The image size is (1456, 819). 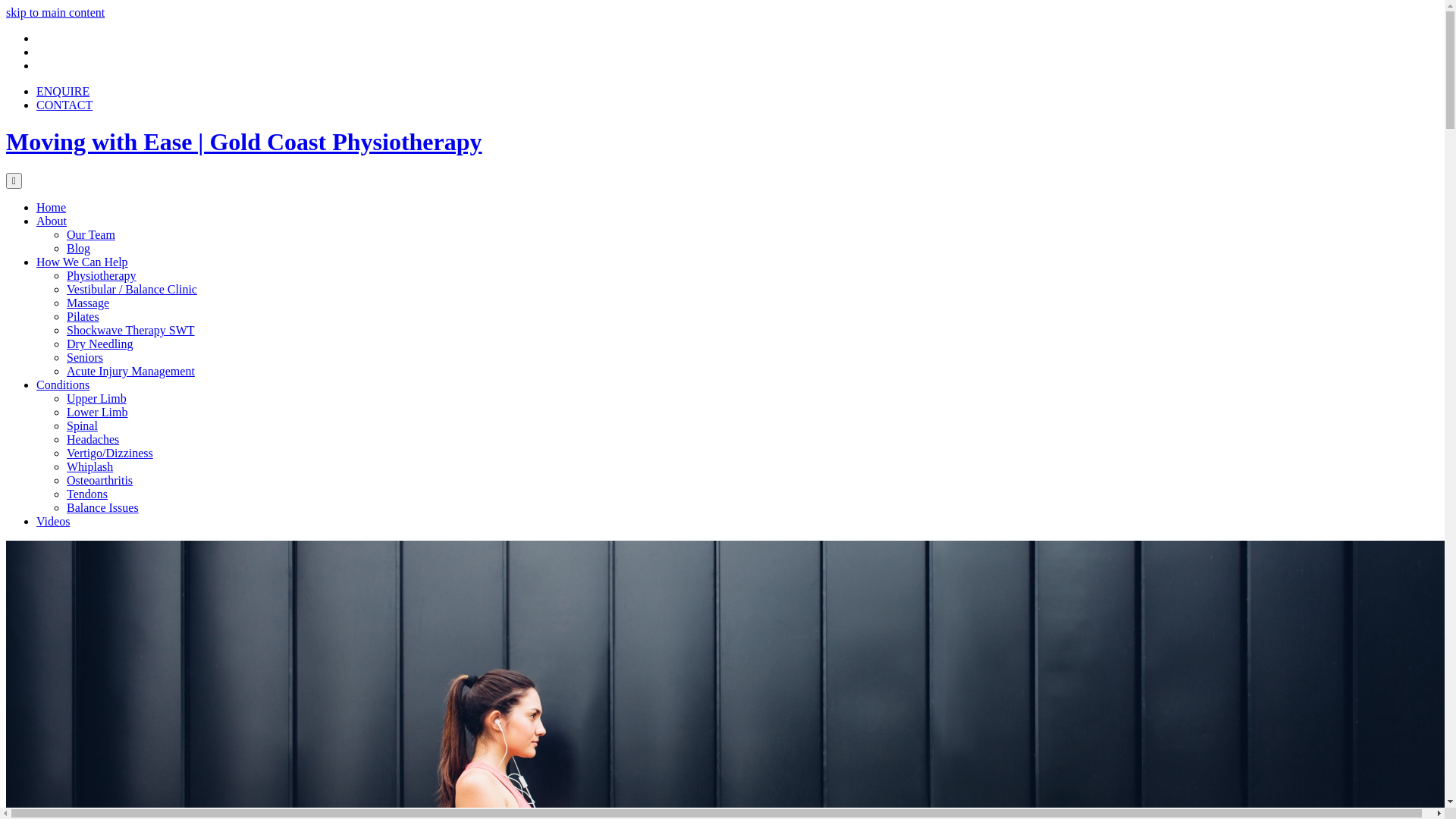 I want to click on 'About', so click(x=51, y=221).